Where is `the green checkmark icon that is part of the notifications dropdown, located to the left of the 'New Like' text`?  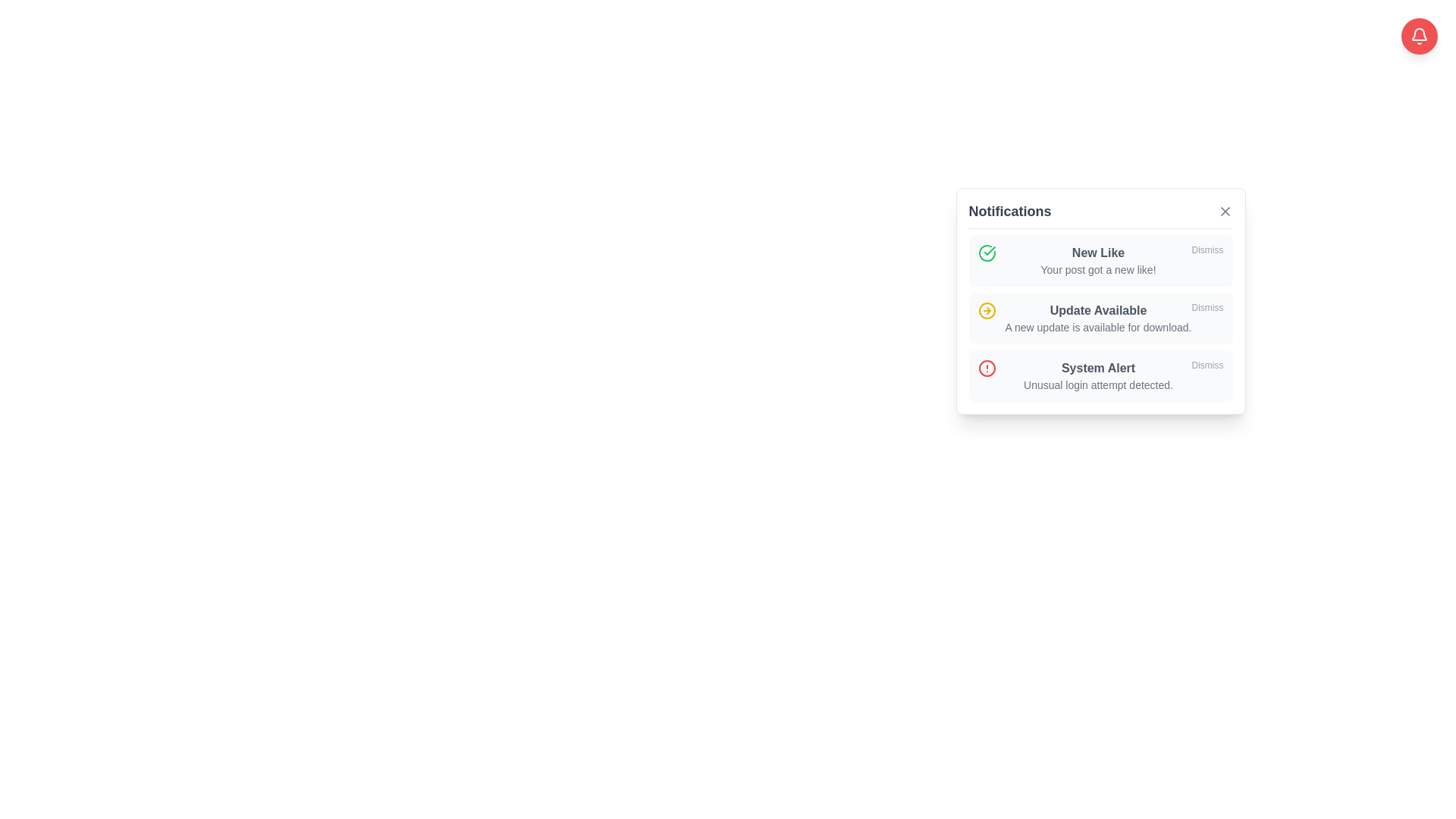 the green checkmark icon that is part of the notifications dropdown, located to the left of the 'New Like' text is located at coordinates (990, 250).